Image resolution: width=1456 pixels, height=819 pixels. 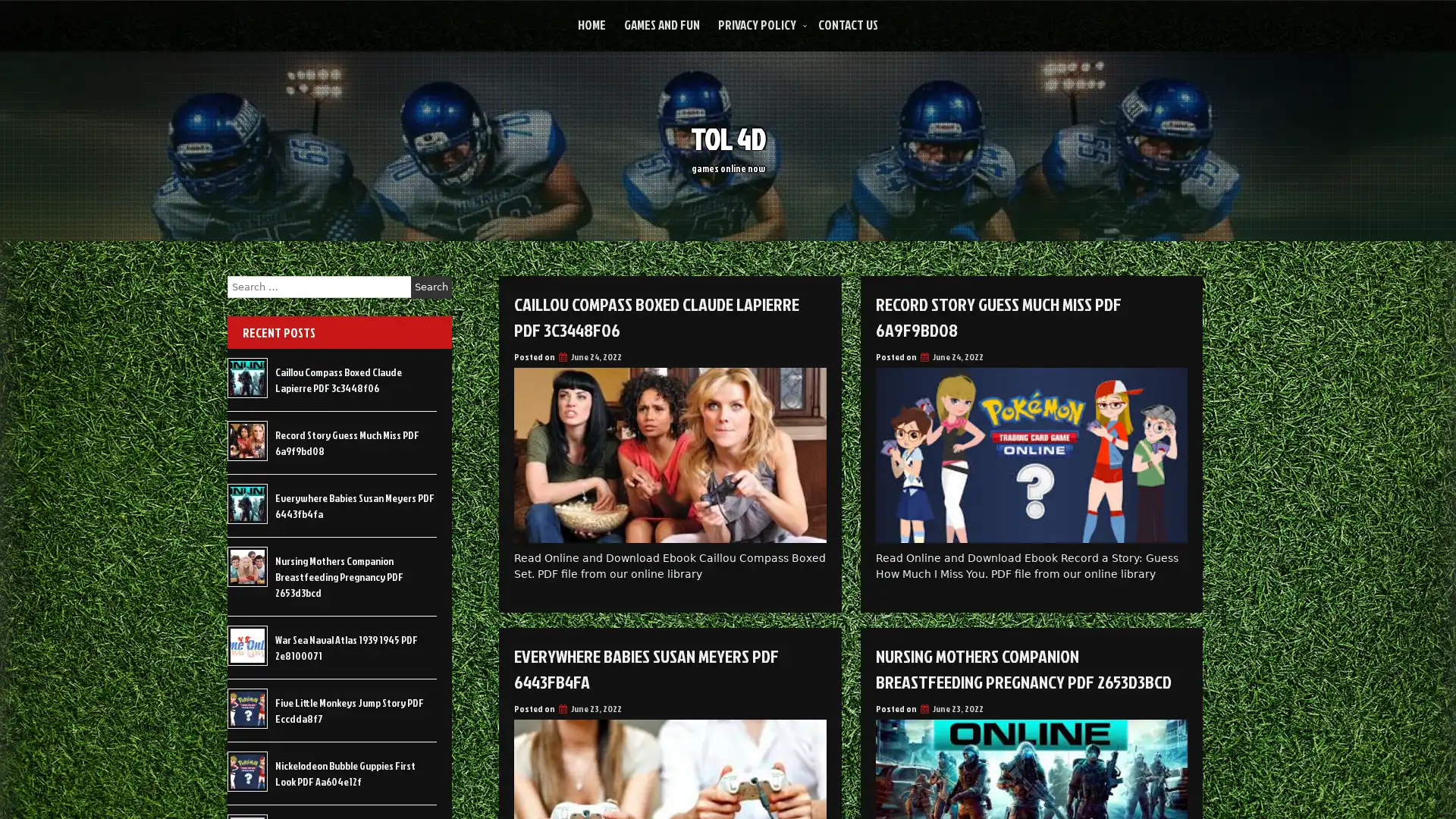 I want to click on Search, so click(x=431, y=287).